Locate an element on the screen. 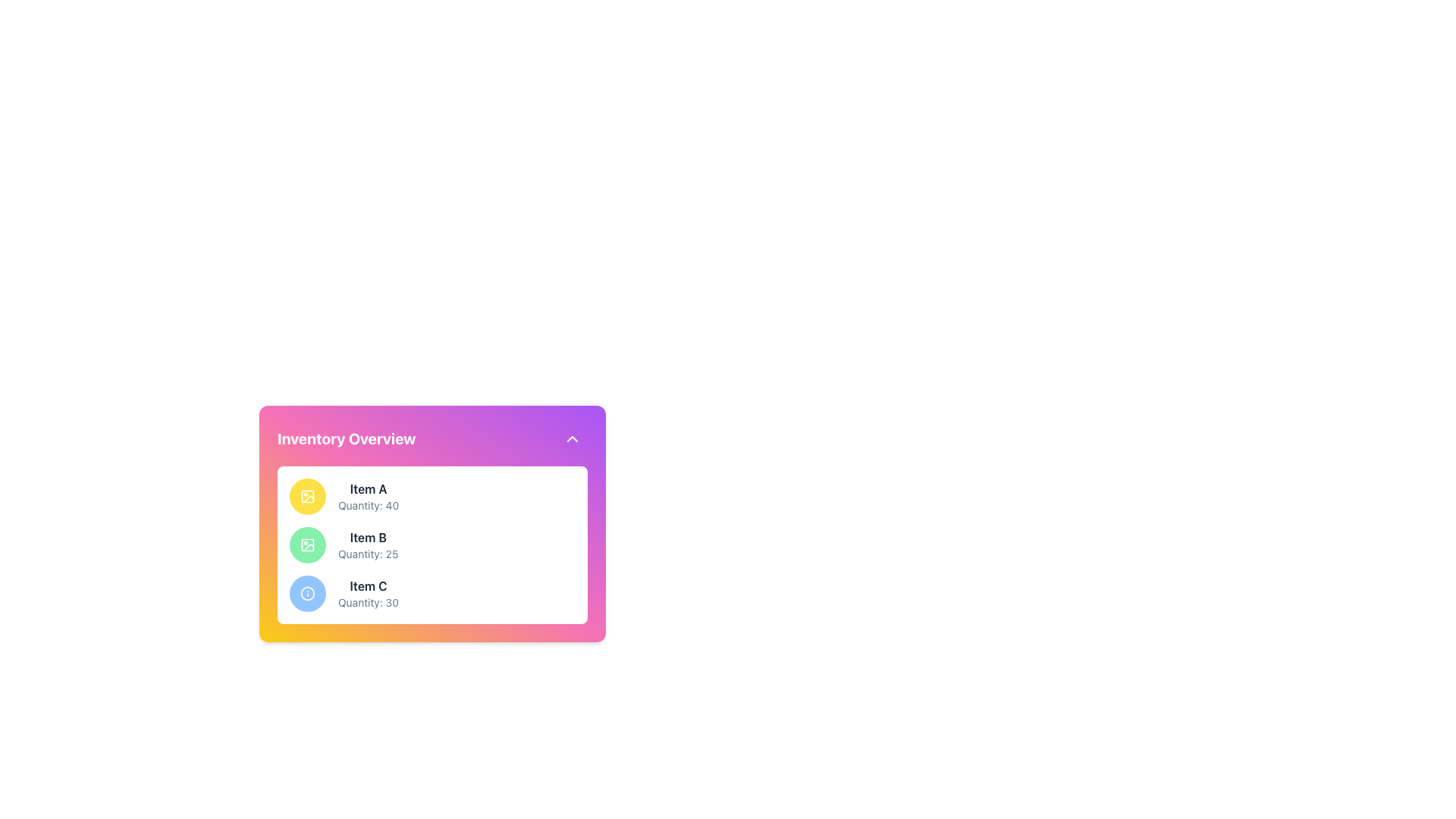 This screenshot has width=1456, height=819. the interactive button located at the top-right corner of the 'Inventory Overview' section is located at coordinates (571, 438).